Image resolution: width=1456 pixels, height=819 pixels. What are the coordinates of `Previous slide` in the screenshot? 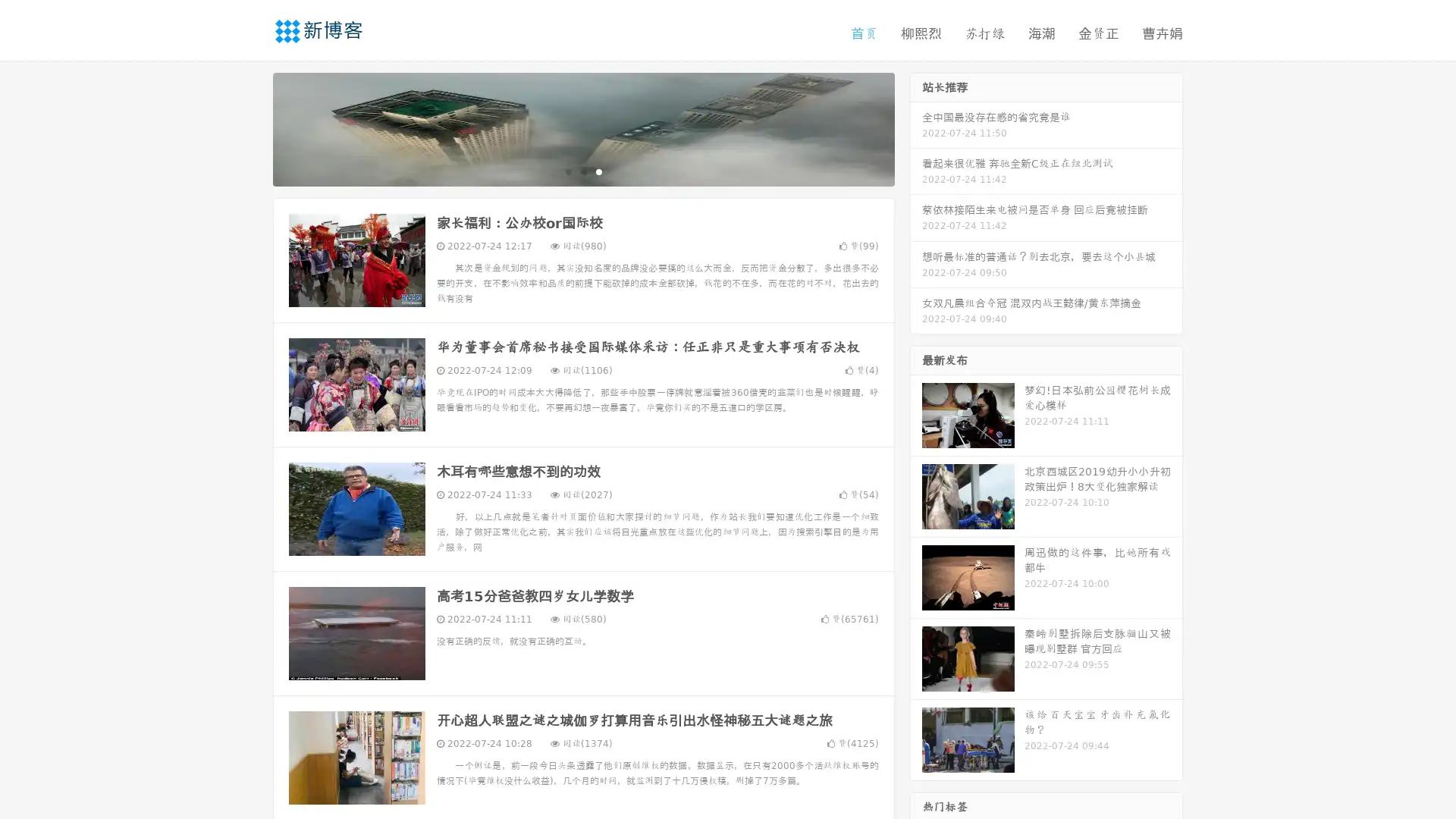 It's located at (250, 127).